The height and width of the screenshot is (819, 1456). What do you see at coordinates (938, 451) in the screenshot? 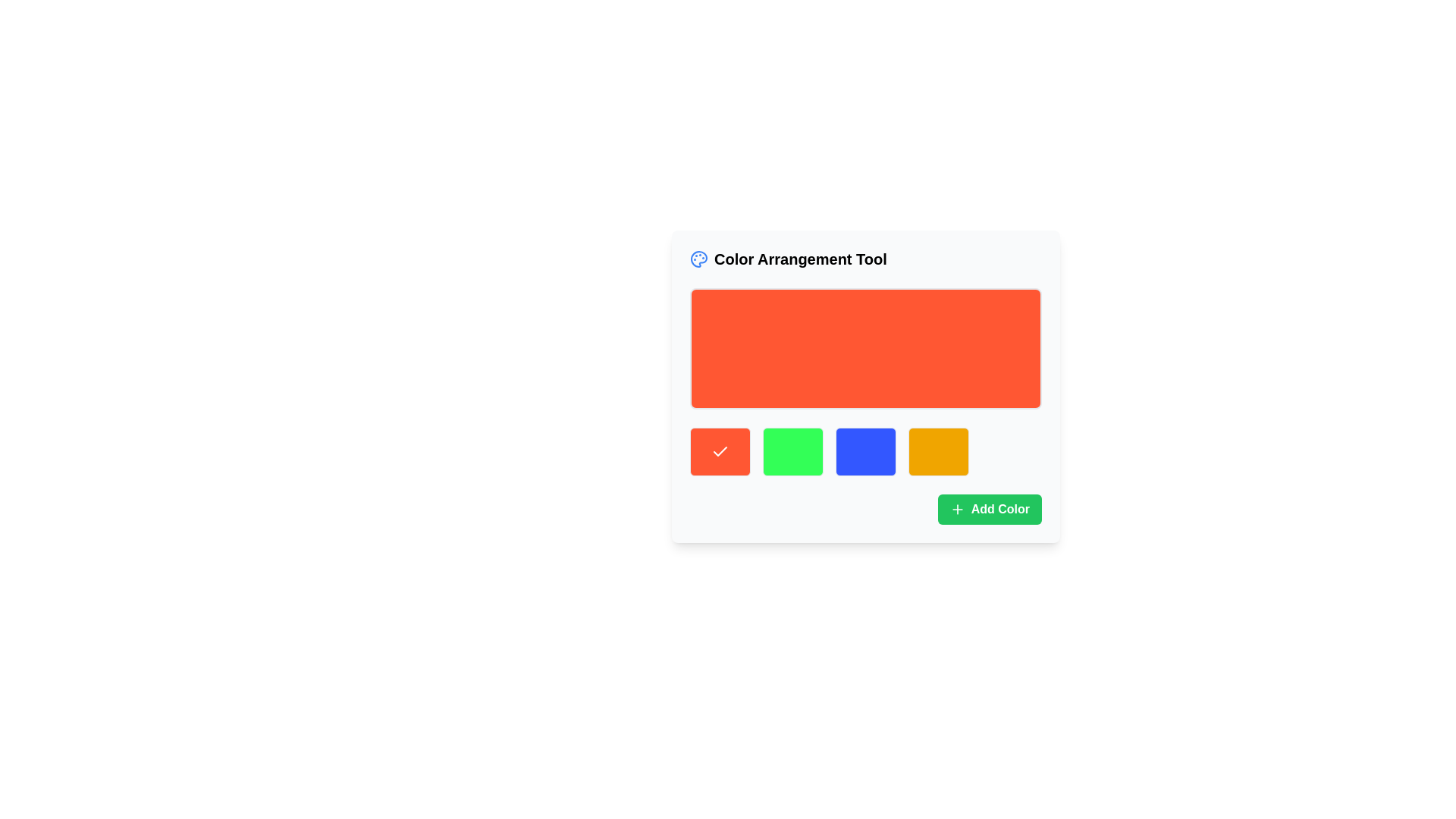
I see `the fifth selectable block with an orange-yellow background` at bounding box center [938, 451].